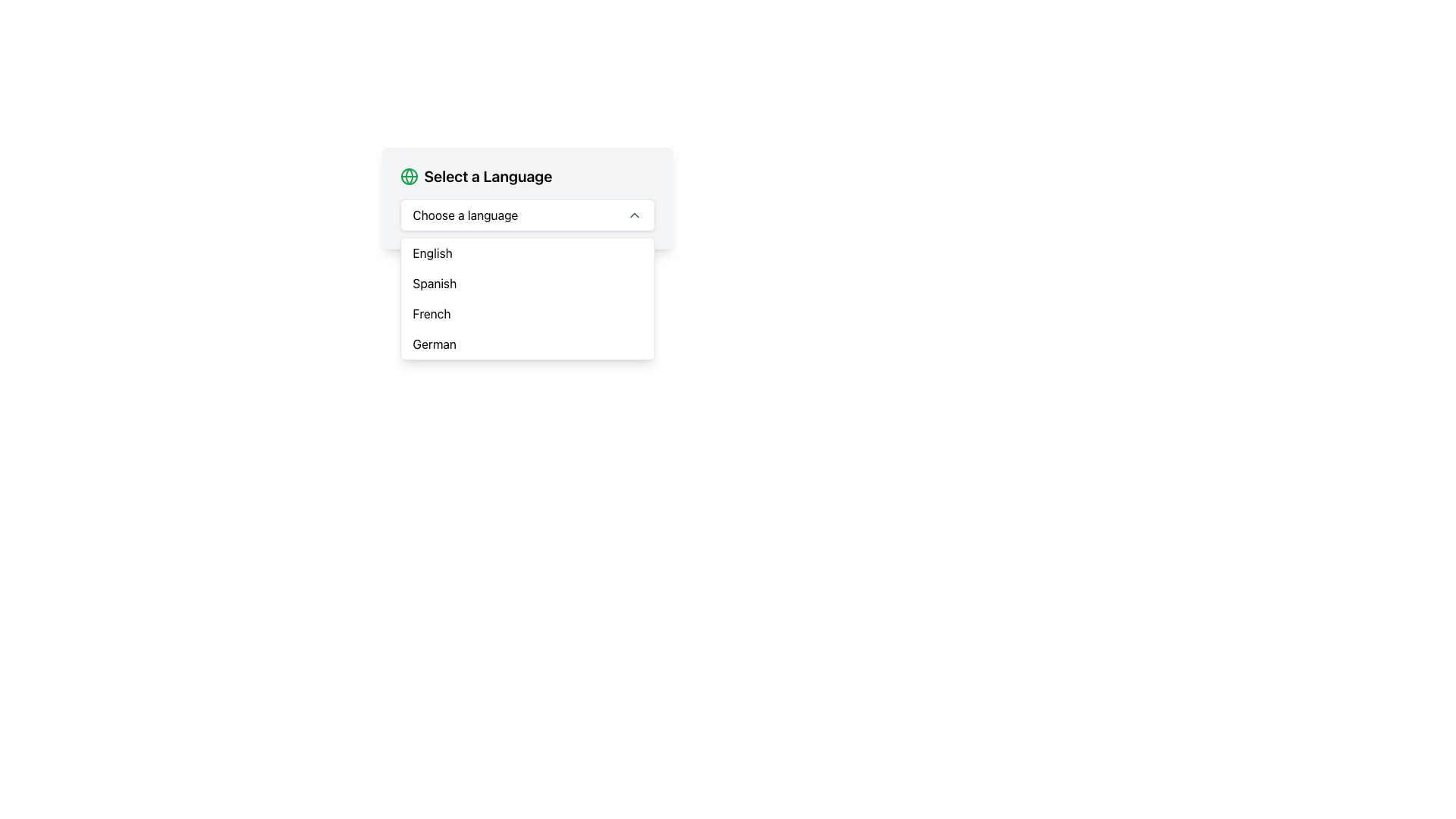 Image resolution: width=1456 pixels, height=819 pixels. I want to click on to select the 'German' language option from the dropdown list under 'Select a Language', so click(434, 344).